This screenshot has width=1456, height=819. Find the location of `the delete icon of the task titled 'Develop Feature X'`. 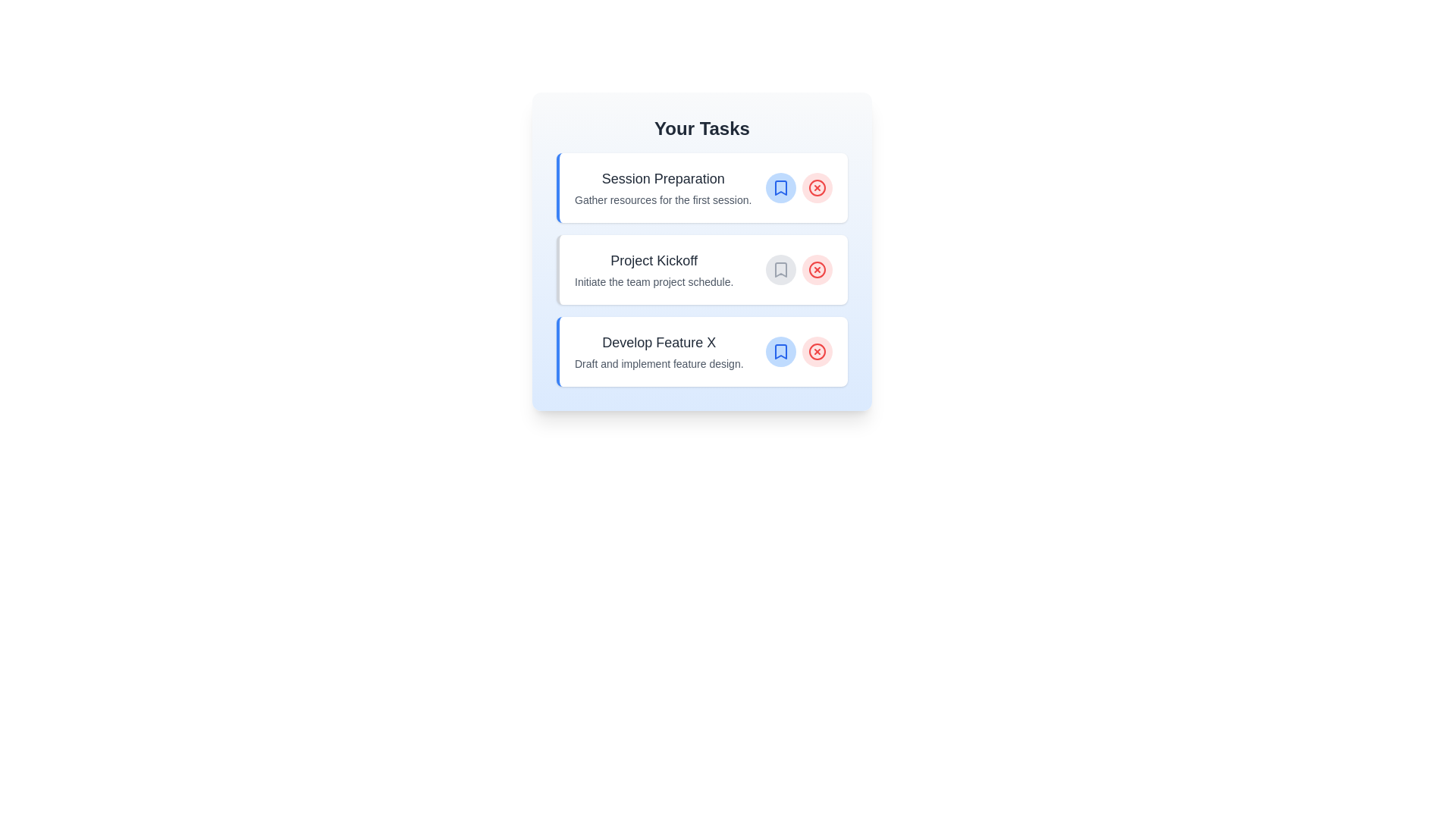

the delete icon of the task titled 'Develop Feature X' is located at coordinates (817, 351).